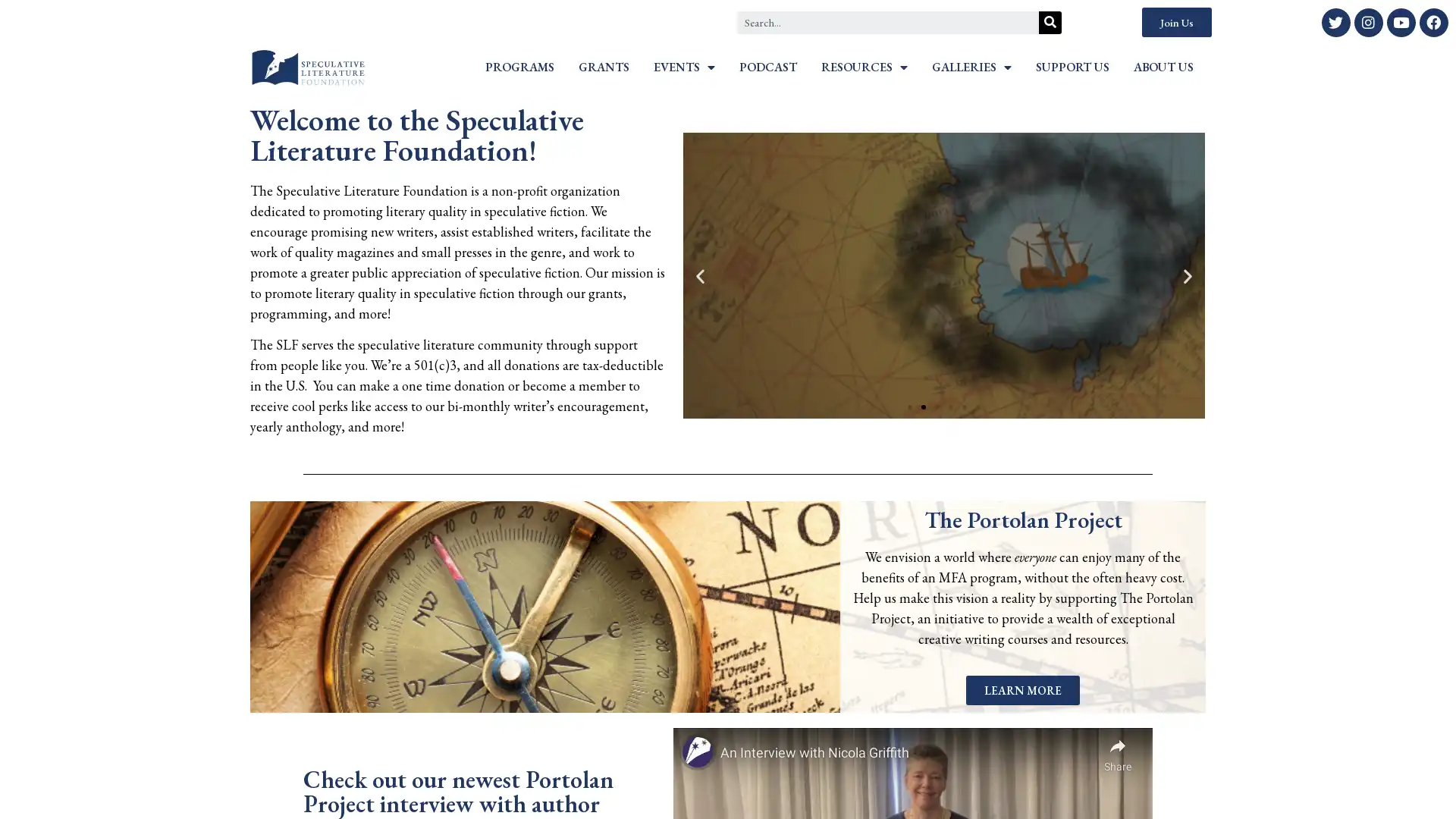 This screenshot has width=1456, height=819. Describe the element at coordinates (949, 406) in the screenshot. I see `Go to slide 4` at that location.